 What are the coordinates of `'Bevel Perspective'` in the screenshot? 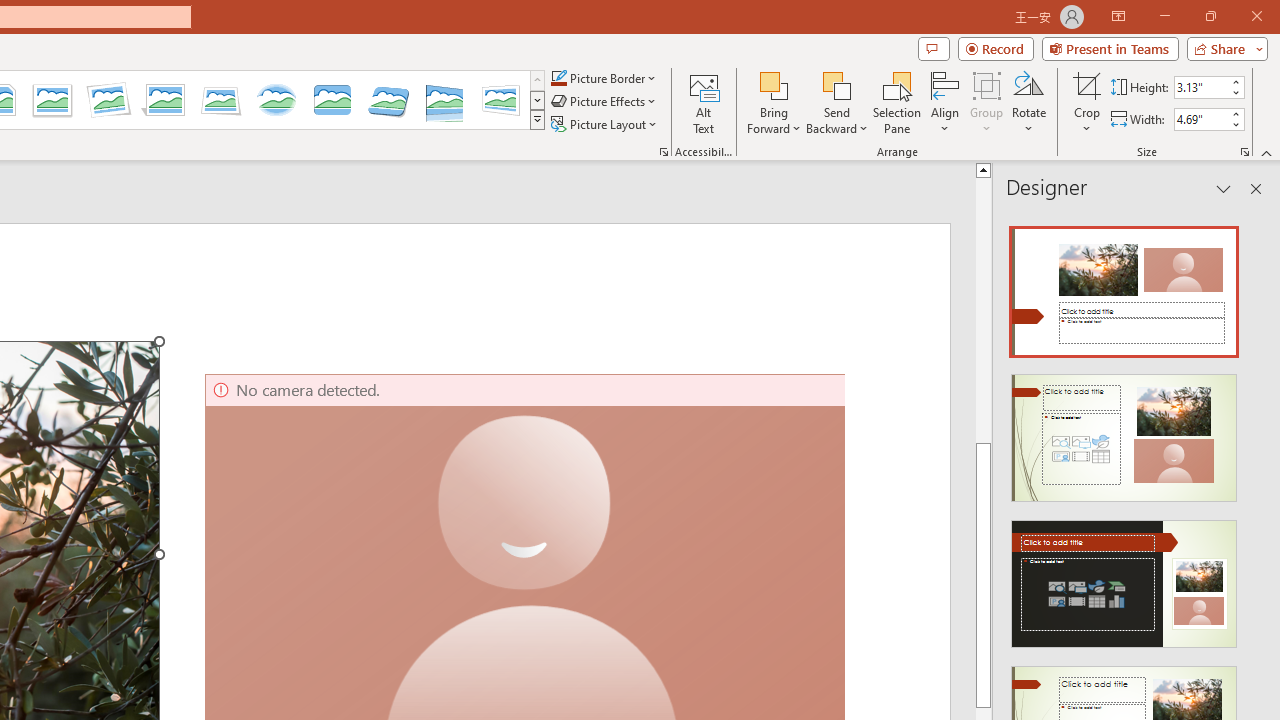 It's located at (389, 100).